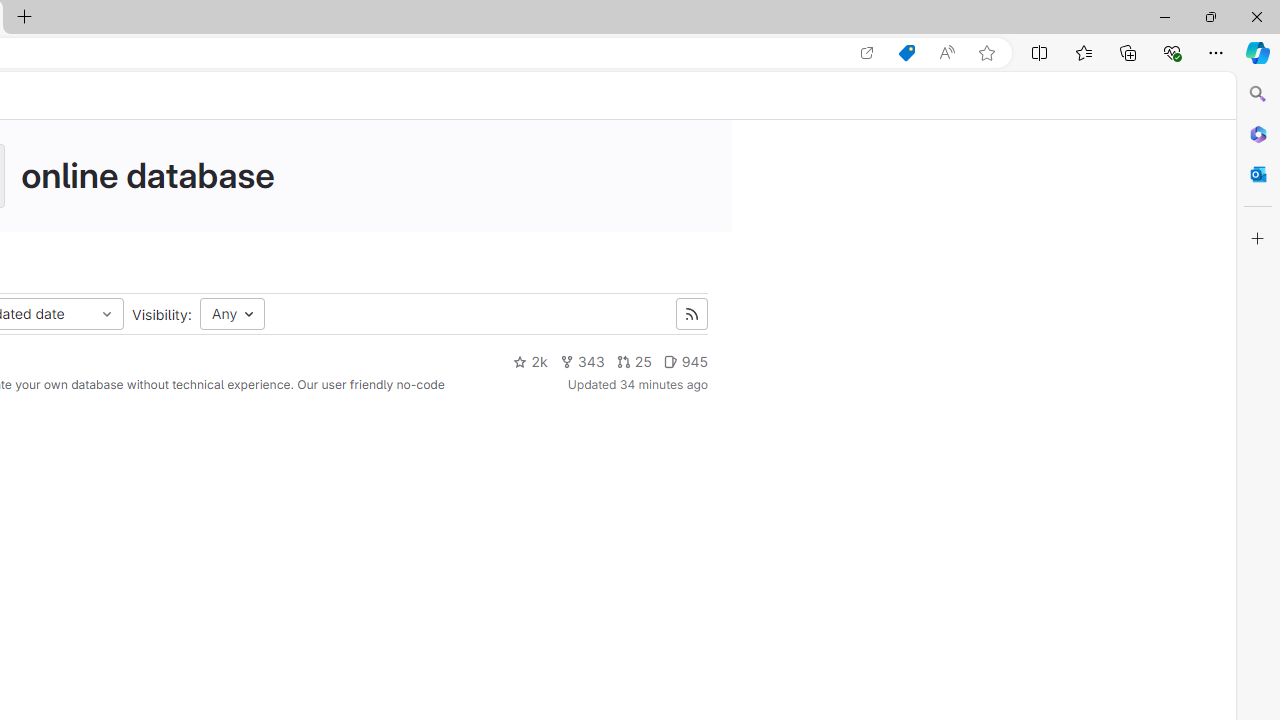 This screenshot has height=720, width=1280. Describe the element at coordinates (1257, 173) in the screenshot. I see `'Close Outlook pane'` at that location.